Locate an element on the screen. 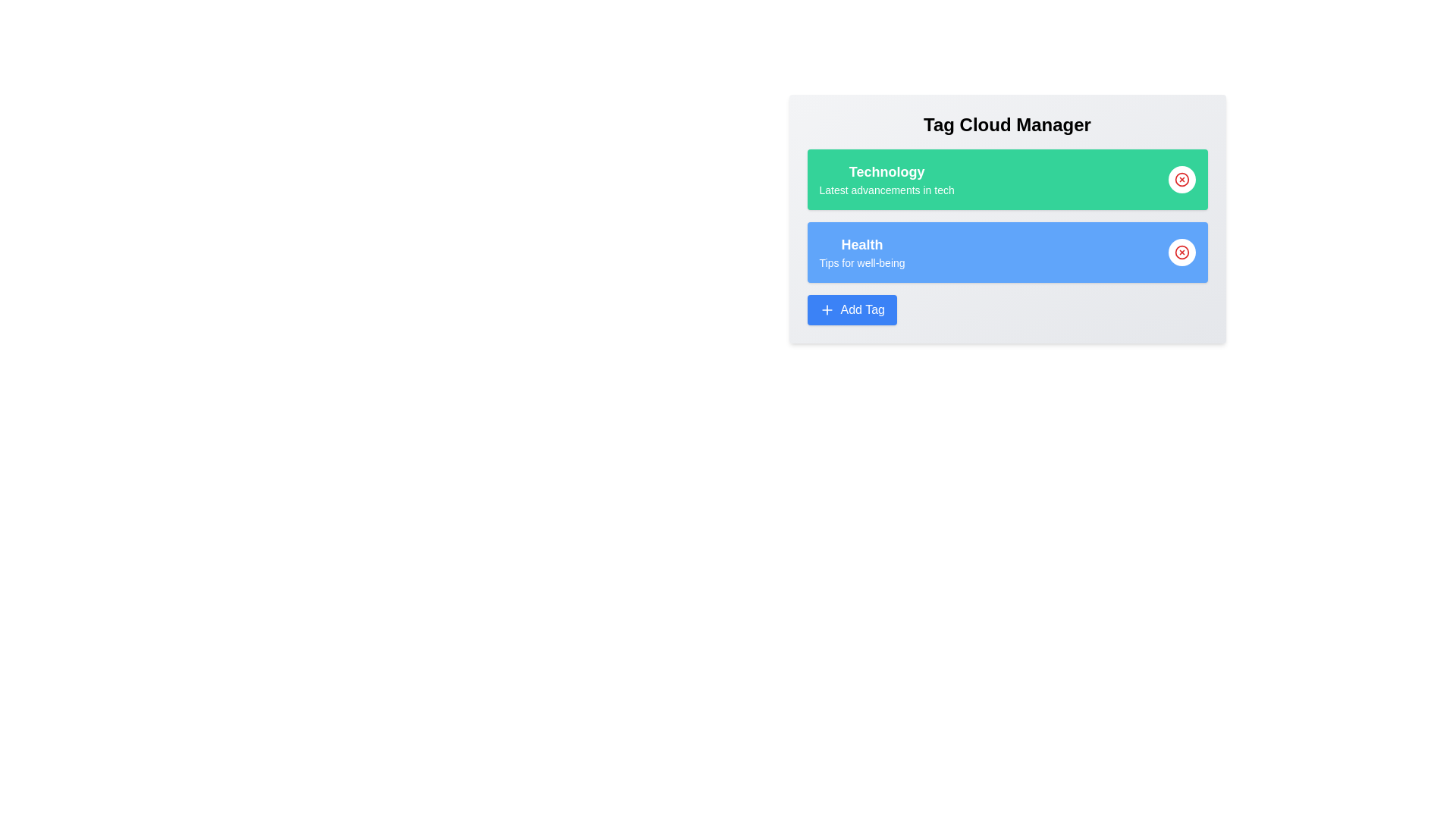 The height and width of the screenshot is (819, 1456). 'Remove Tag' button for the tag Technology is located at coordinates (1181, 178).